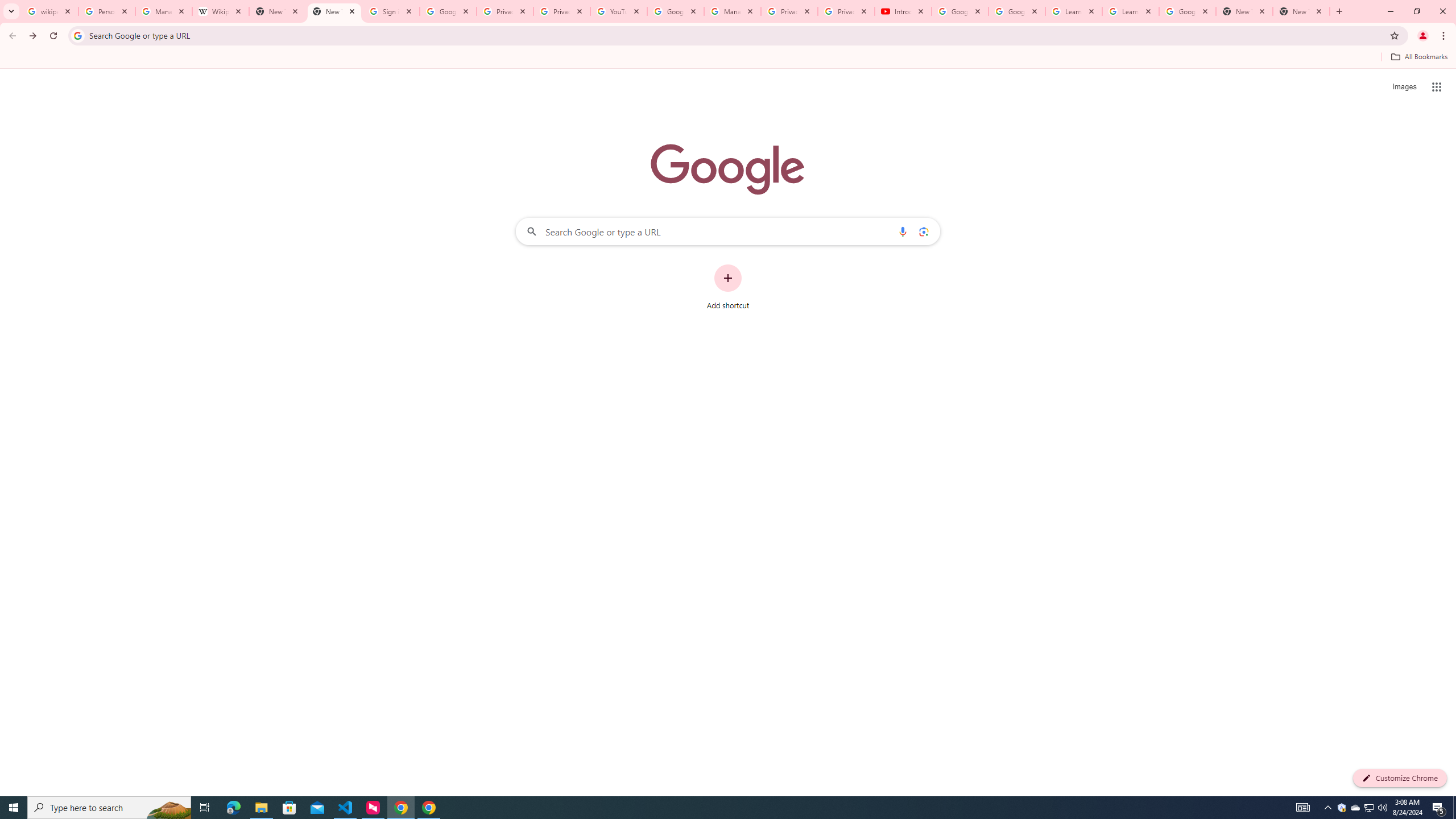 The height and width of the screenshot is (819, 1456). Describe the element at coordinates (1400, 777) in the screenshot. I see `'Customize Chrome'` at that location.